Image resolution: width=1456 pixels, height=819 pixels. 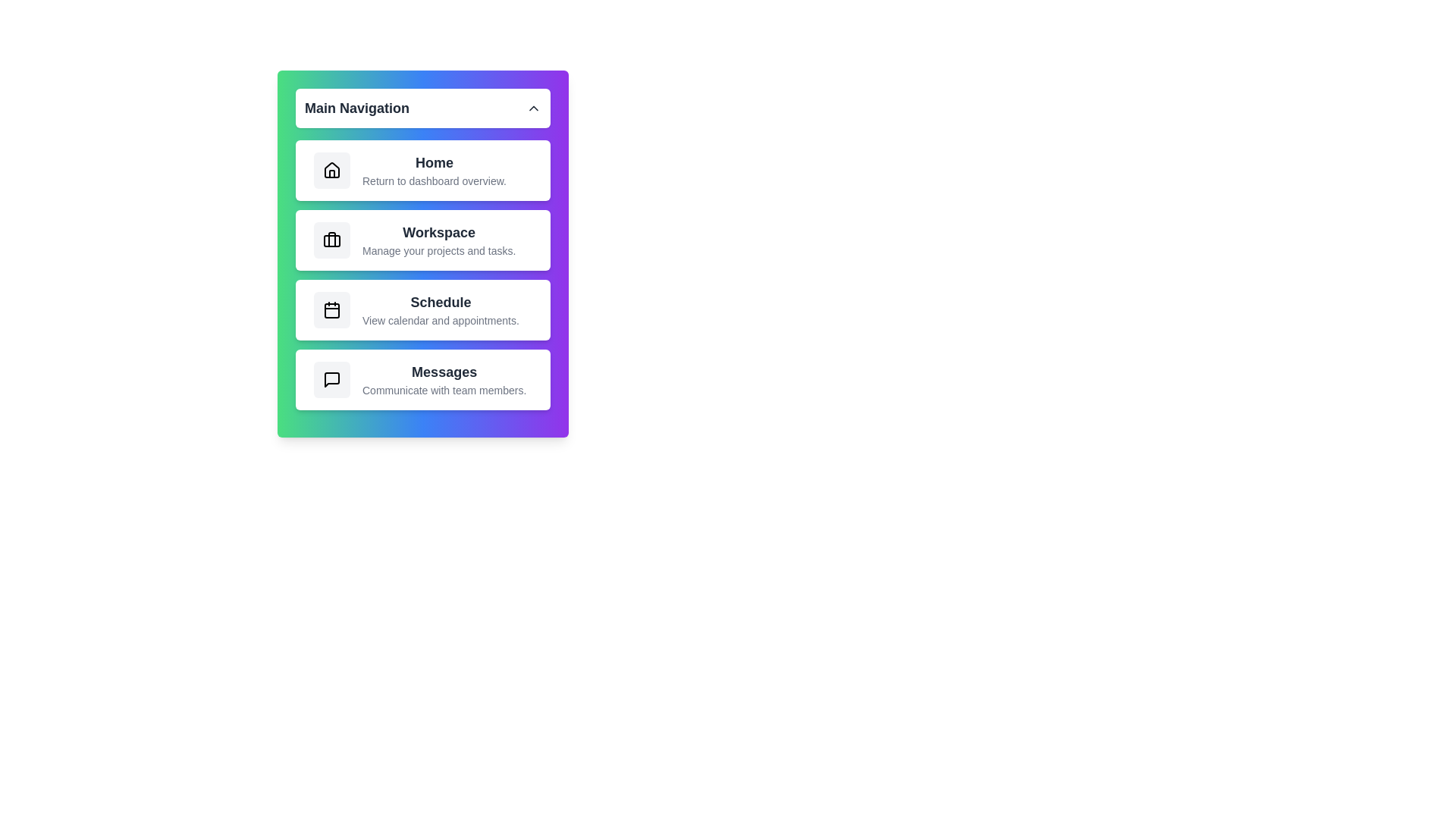 I want to click on the navigation item Workspace to observe the hover effect, so click(x=422, y=239).